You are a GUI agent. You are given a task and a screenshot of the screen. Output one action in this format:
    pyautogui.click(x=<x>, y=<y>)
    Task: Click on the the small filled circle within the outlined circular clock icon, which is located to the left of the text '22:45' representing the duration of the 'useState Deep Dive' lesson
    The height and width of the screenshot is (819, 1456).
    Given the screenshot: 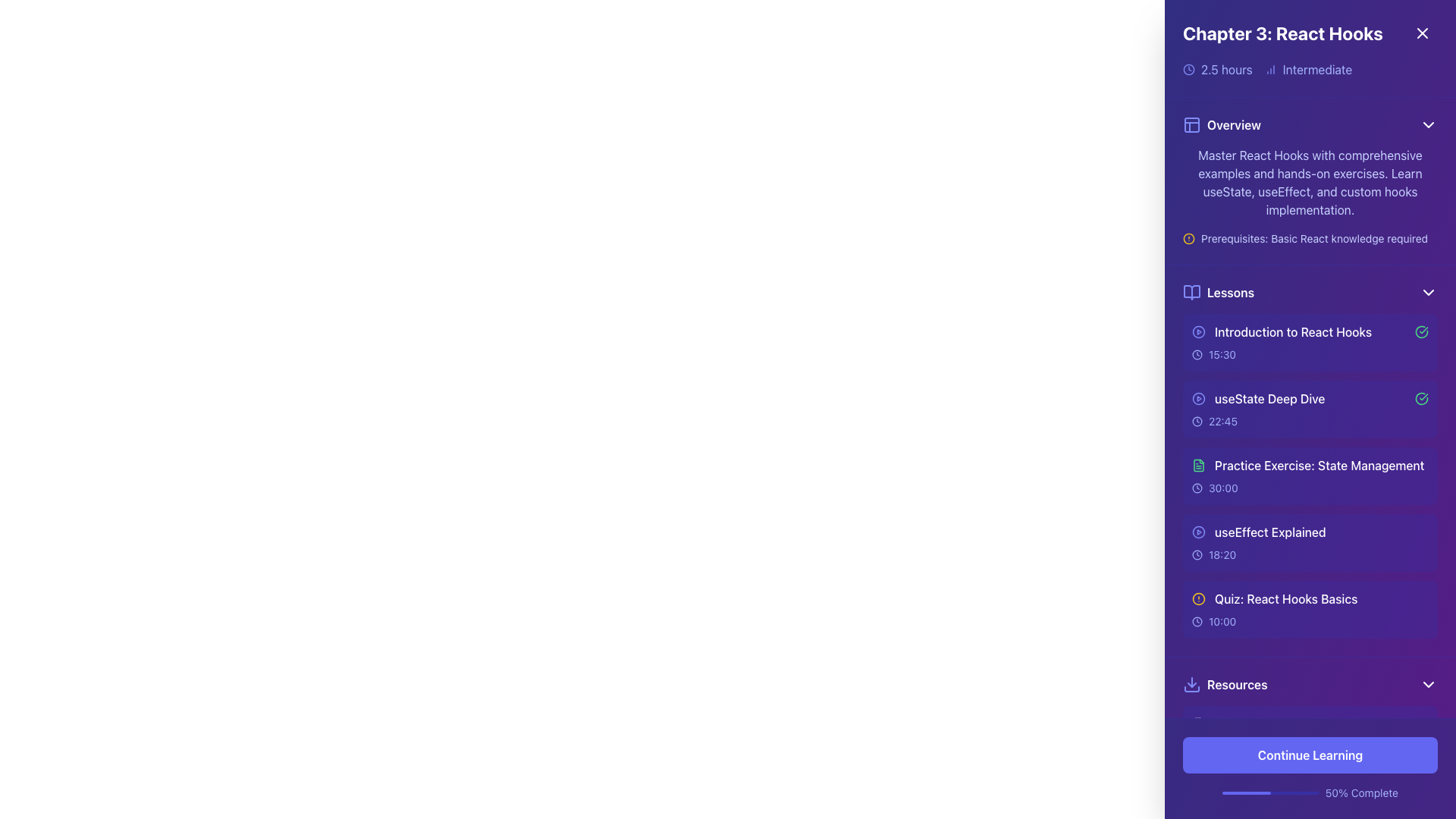 What is the action you would take?
    pyautogui.click(x=1197, y=421)
    